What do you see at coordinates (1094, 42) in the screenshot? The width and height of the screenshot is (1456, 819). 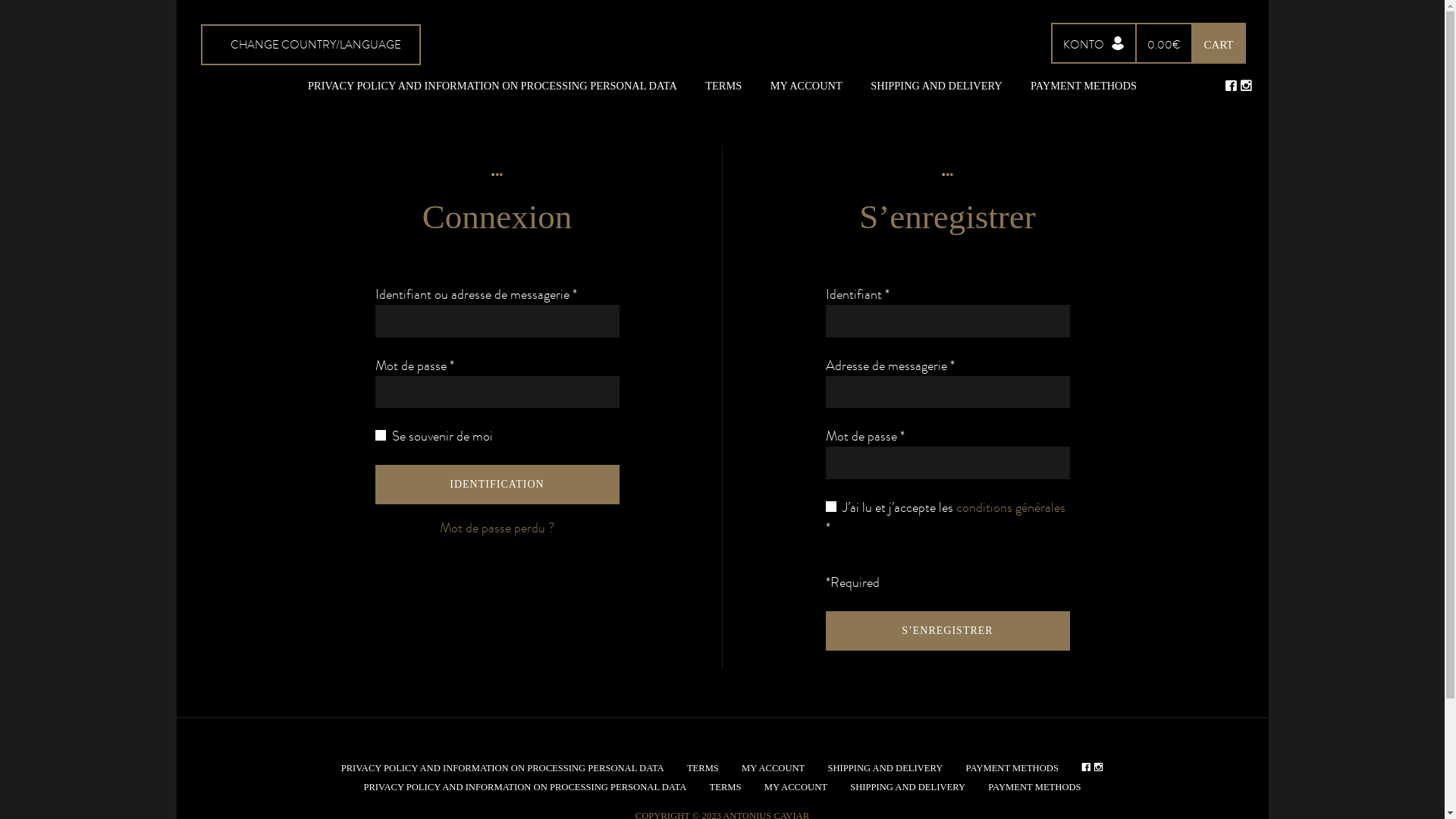 I see `'KONTO'` at bounding box center [1094, 42].